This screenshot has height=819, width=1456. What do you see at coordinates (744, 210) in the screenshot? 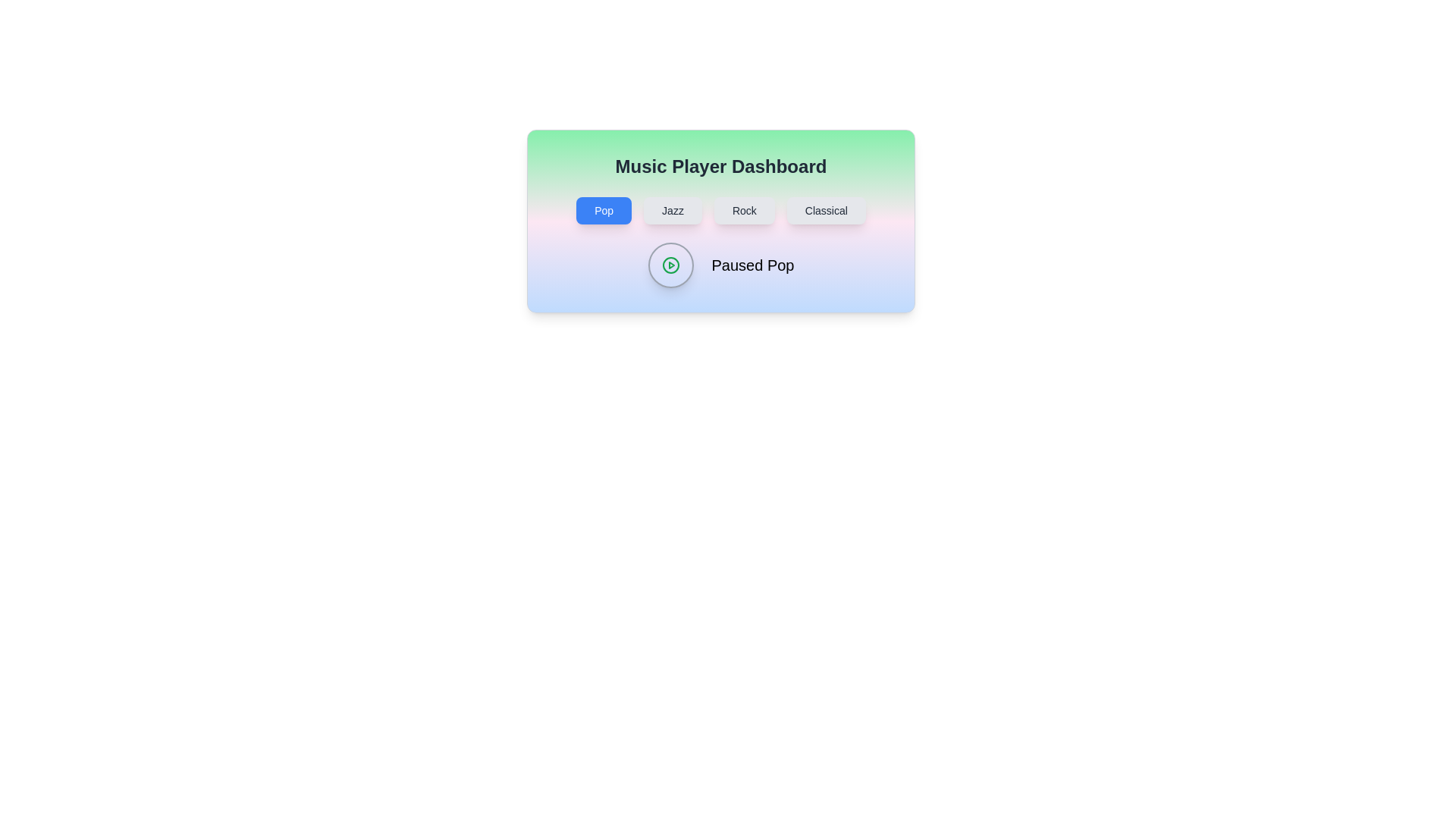
I see `the button corresponding to the genre Rock to select it` at bounding box center [744, 210].